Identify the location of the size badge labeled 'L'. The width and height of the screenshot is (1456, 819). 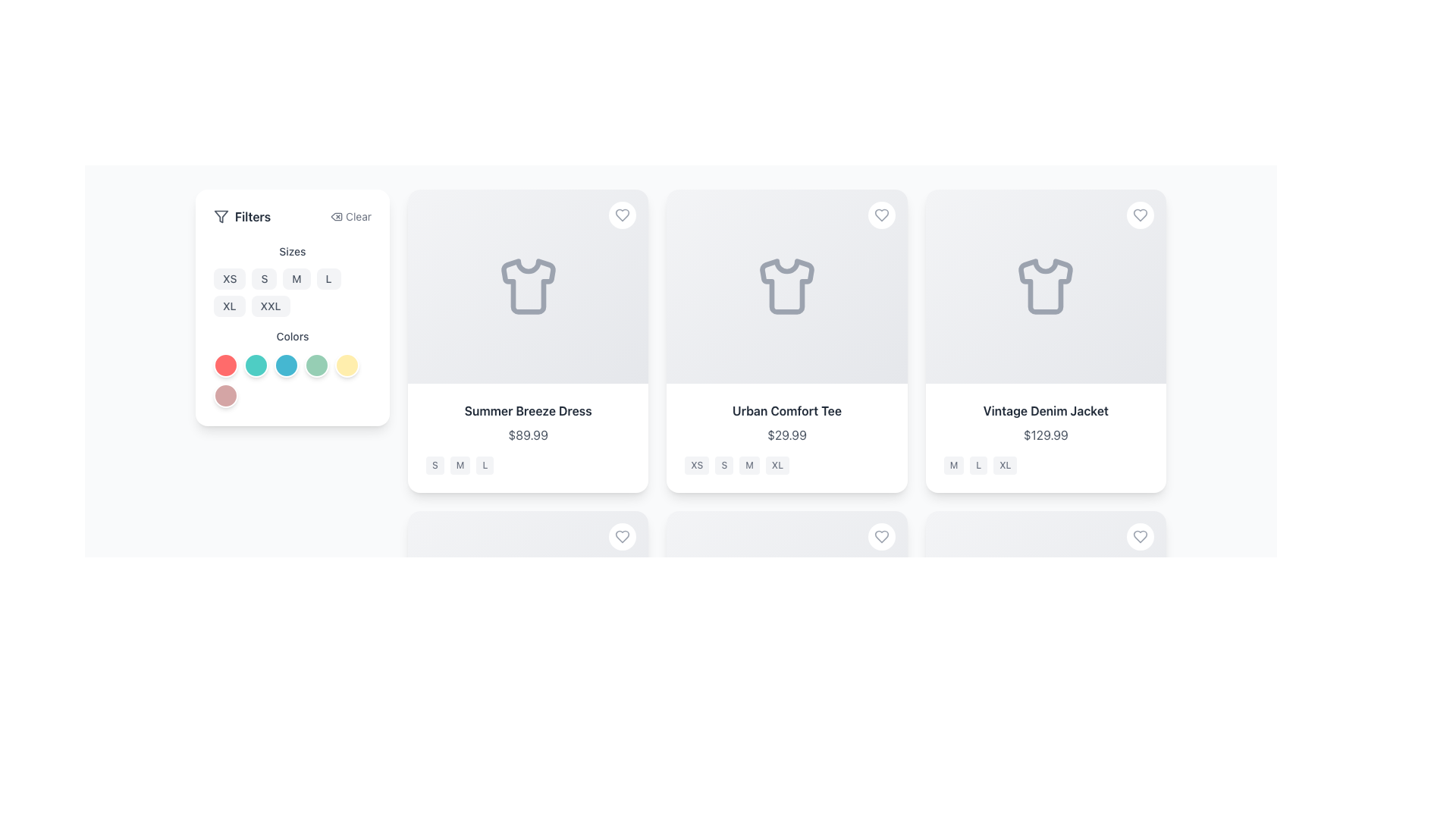
(978, 464).